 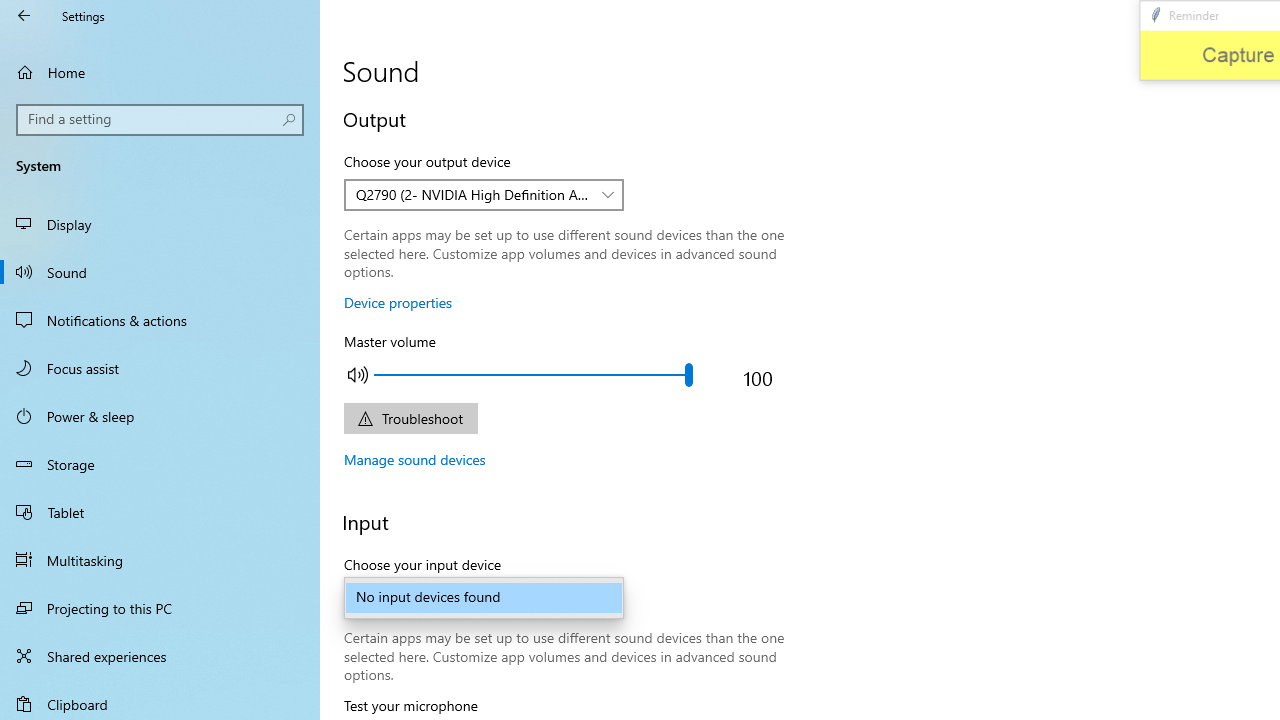 I want to click on 'Device properties', so click(x=398, y=302).